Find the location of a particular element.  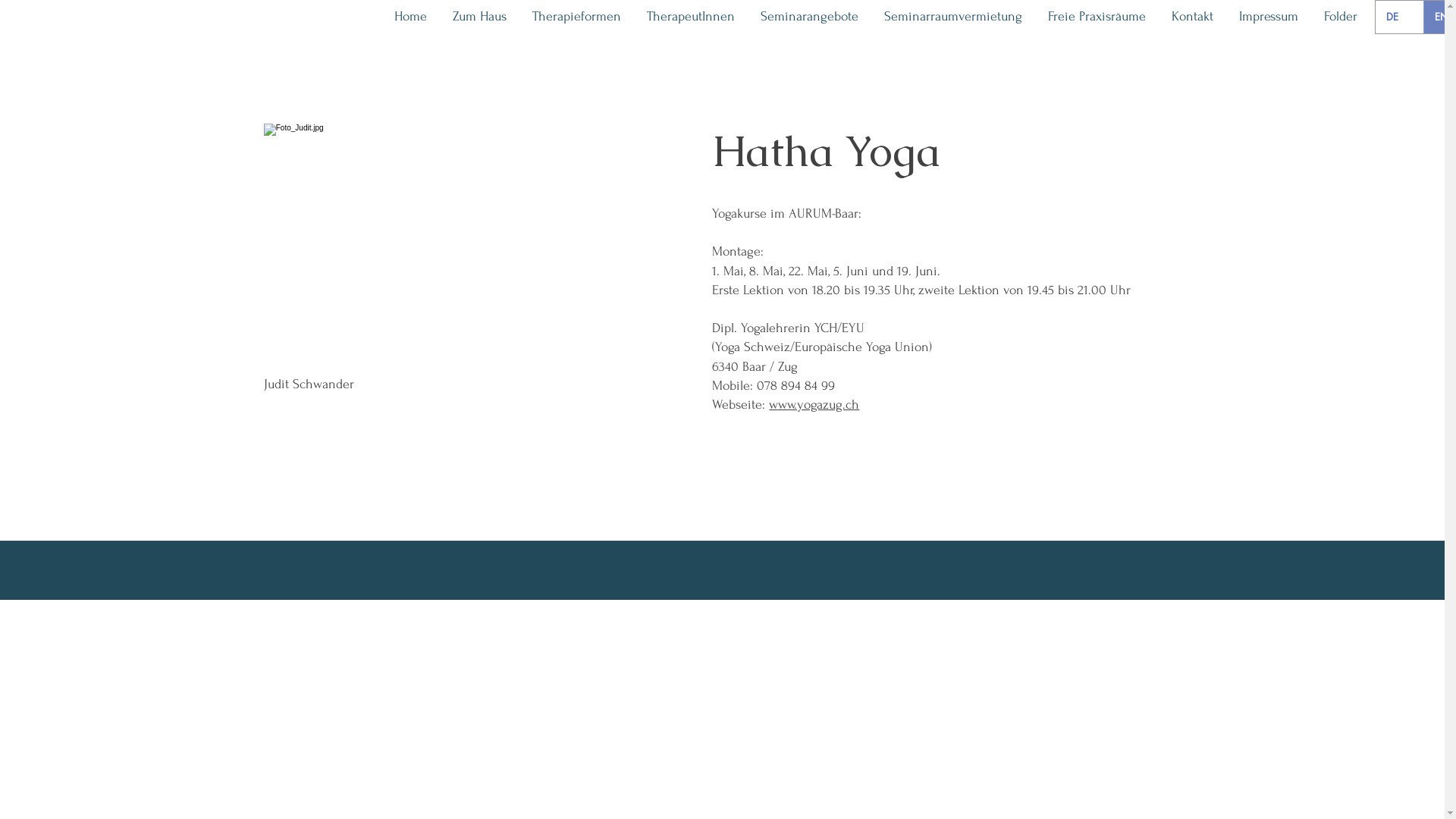

'www.yogazug.ch' is located at coordinates (813, 403).